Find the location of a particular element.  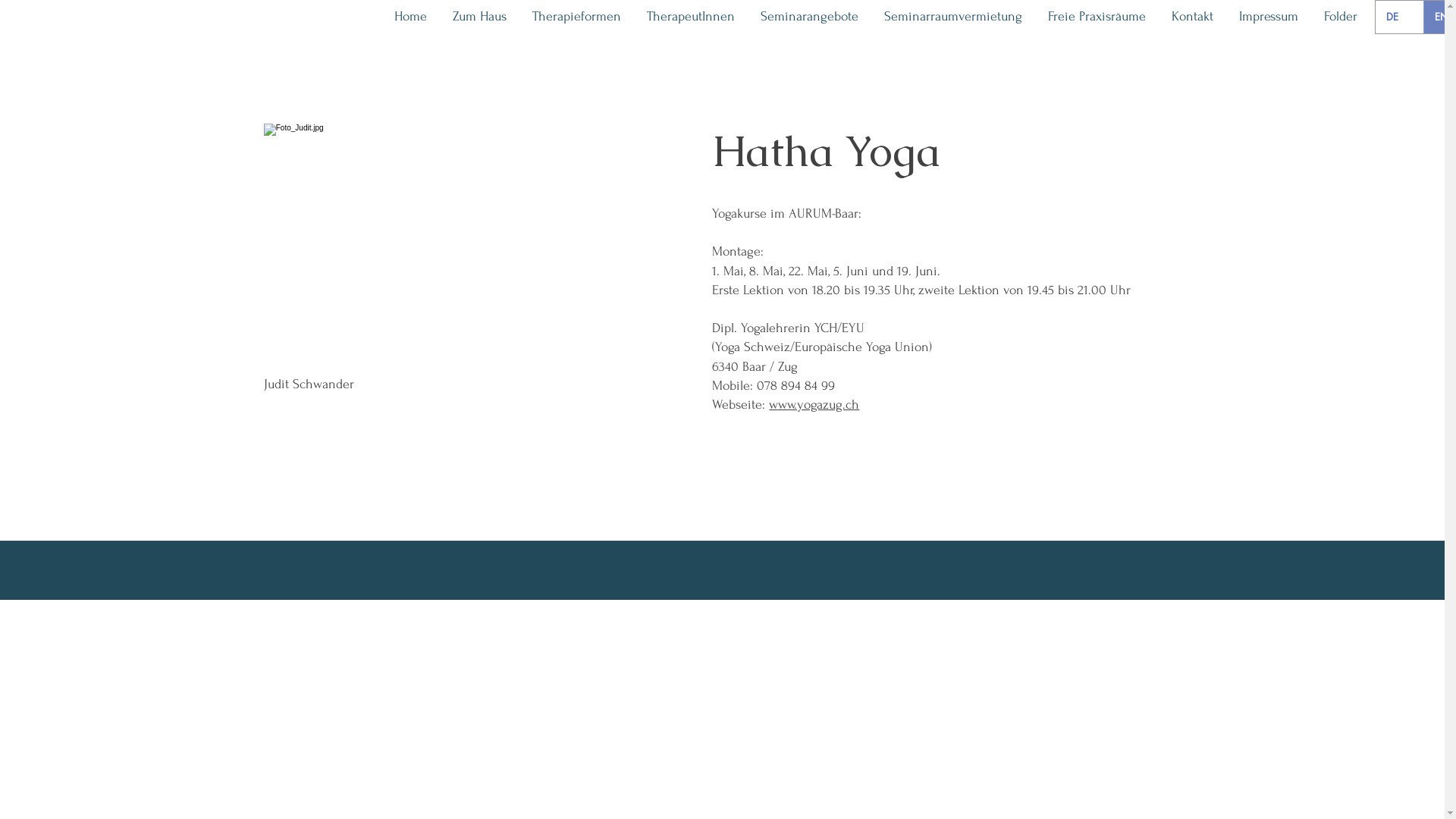

'www.yogazug.ch' is located at coordinates (813, 403).